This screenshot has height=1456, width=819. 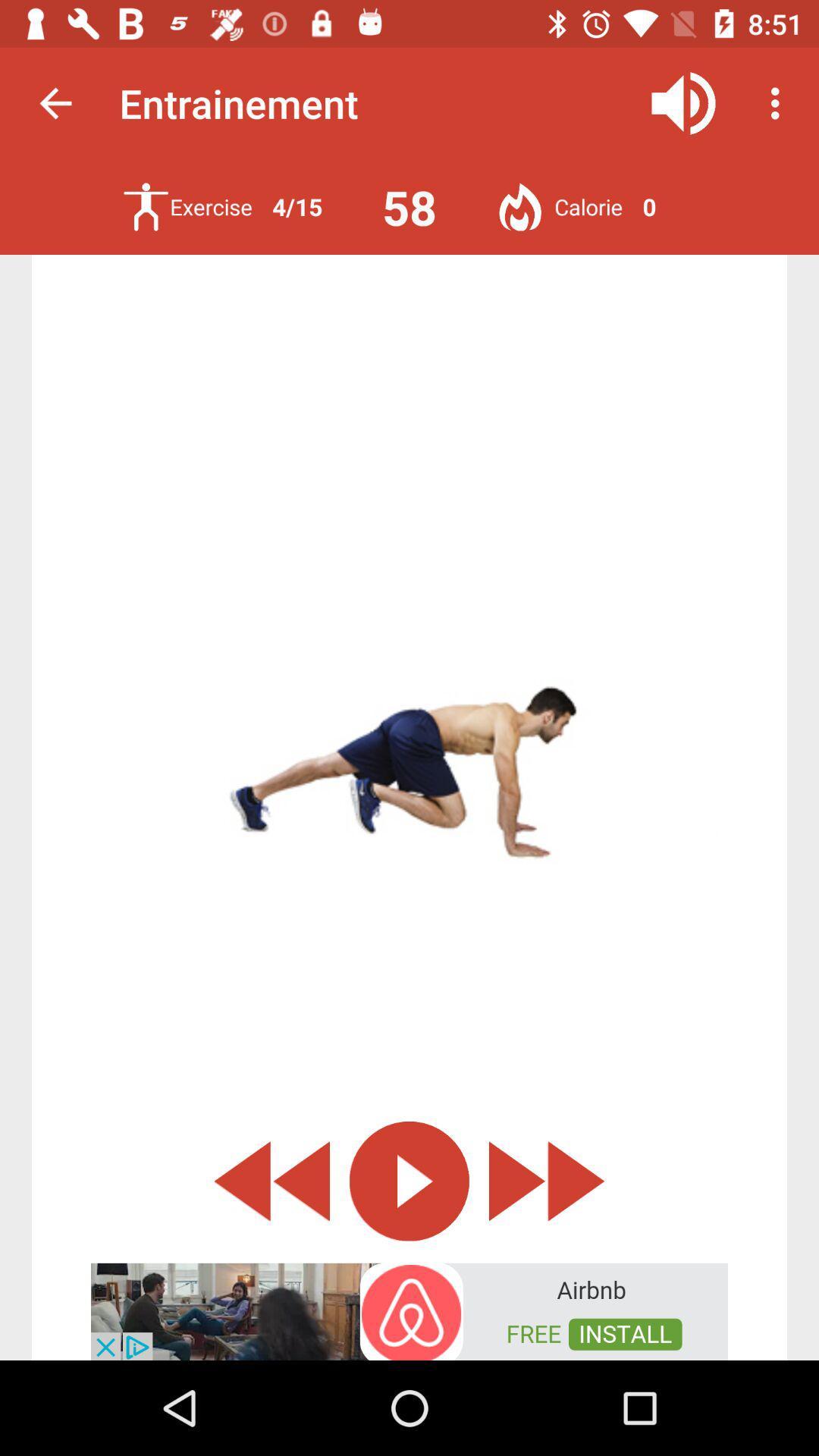 What do you see at coordinates (409, 1180) in the screenshot?
I see `option` at bounding box center [409, 1180].